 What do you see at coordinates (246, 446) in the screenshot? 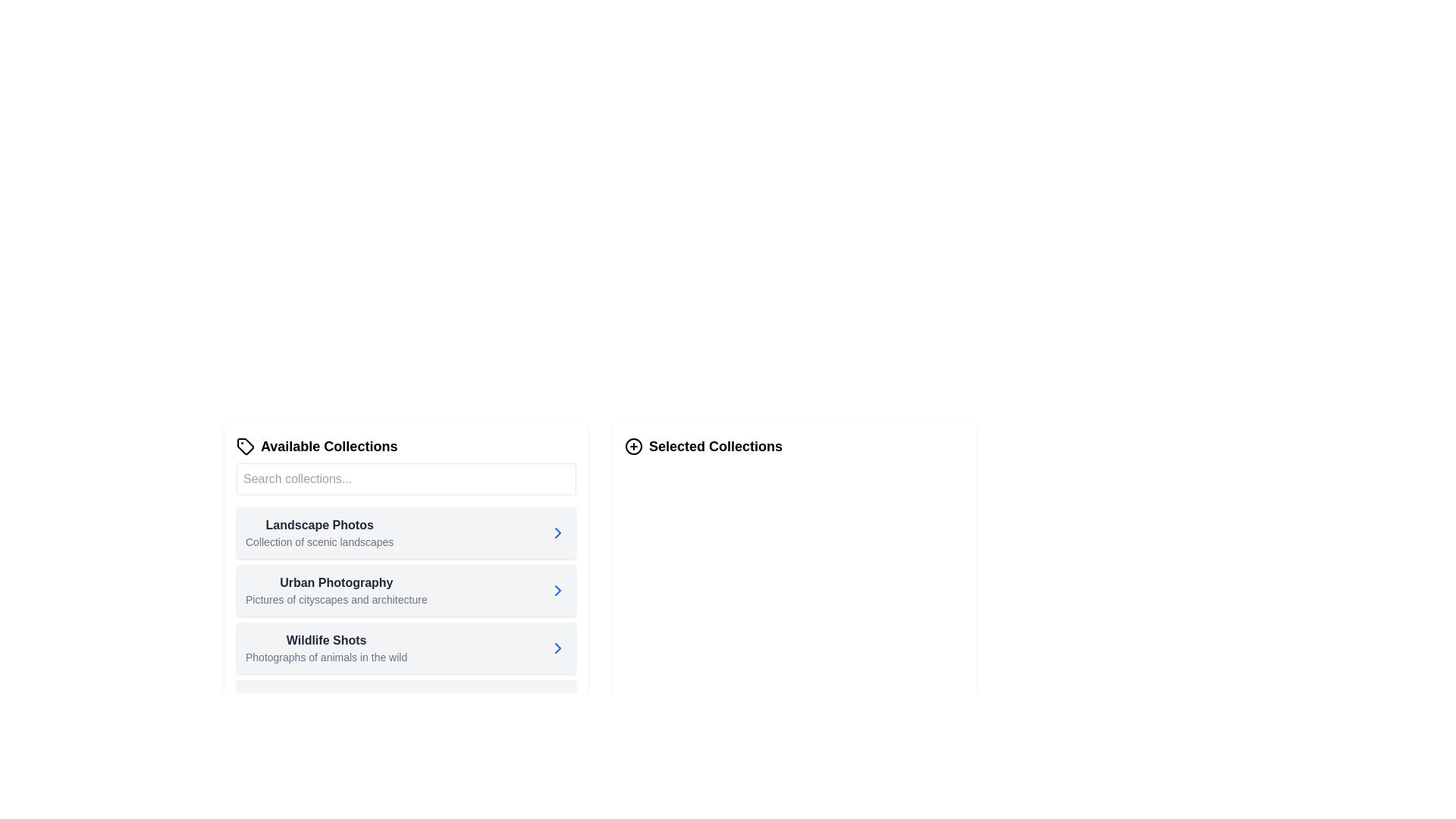
I see `the small tag icon with a minimalistic black outline, located to the left of the 'Available Collections' text` at bounding box center [246, 446].